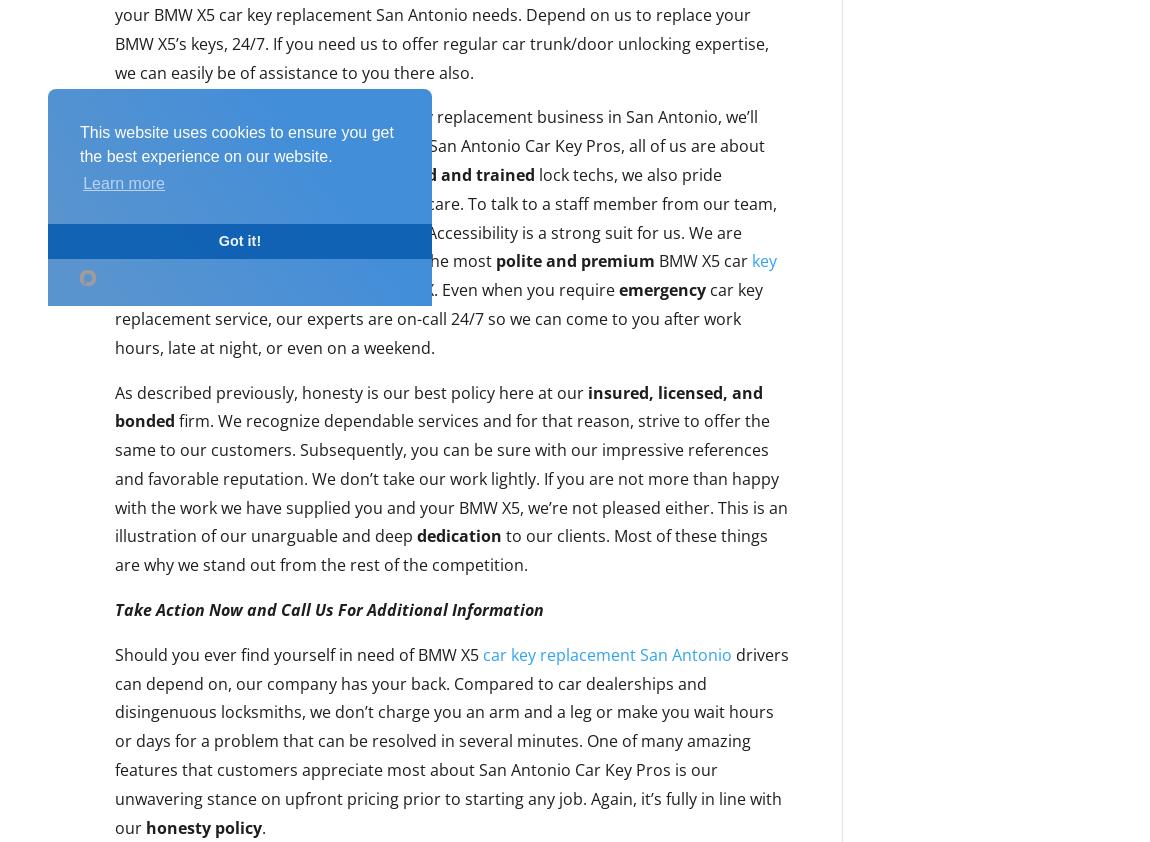 The width and height of the screenshot is (1150, 842). I want to click on 'emergency', so click(661, 289).